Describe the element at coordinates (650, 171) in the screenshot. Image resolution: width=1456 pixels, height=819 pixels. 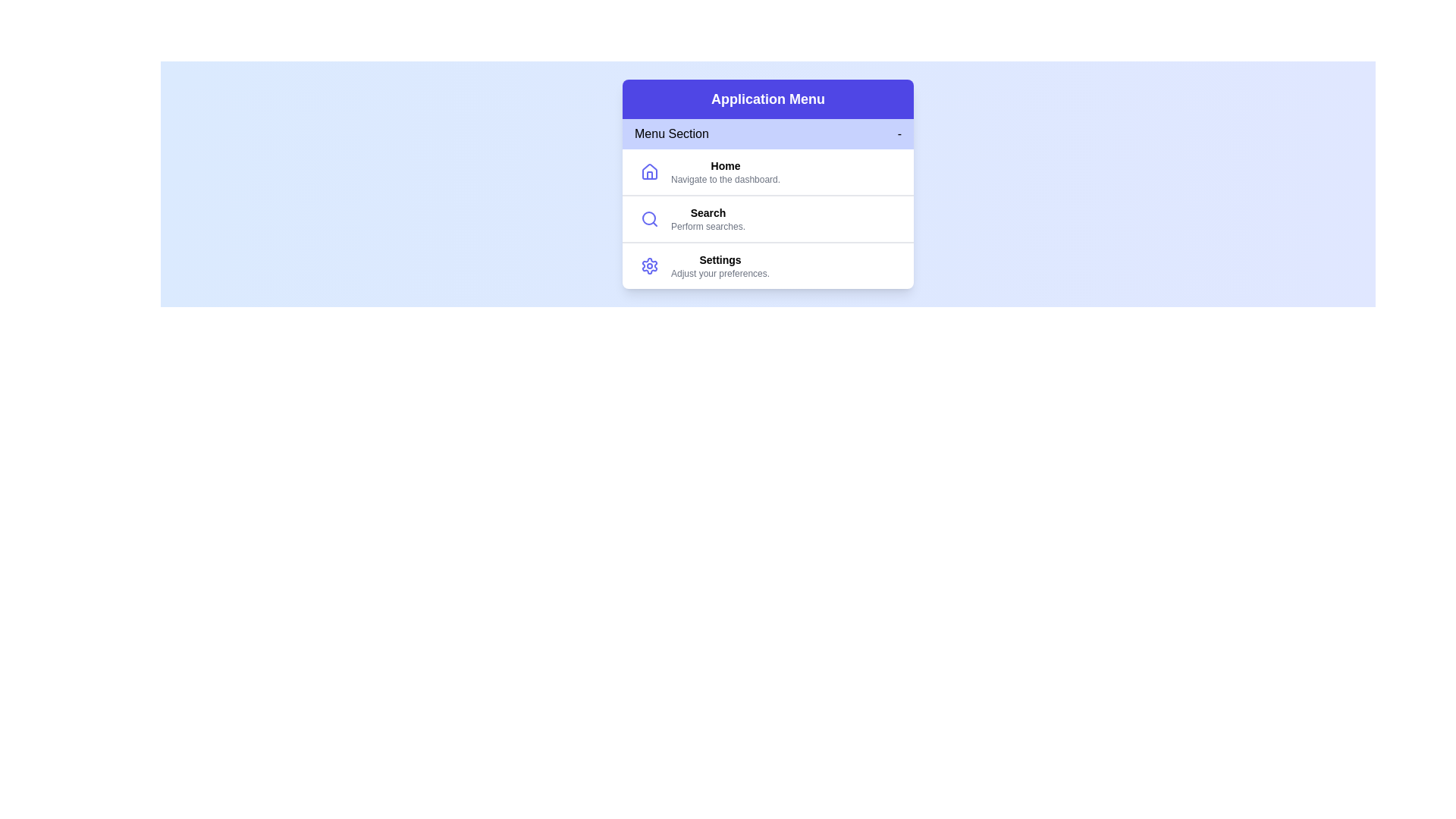
I see `the icon representing Home to inspect it` at that location.